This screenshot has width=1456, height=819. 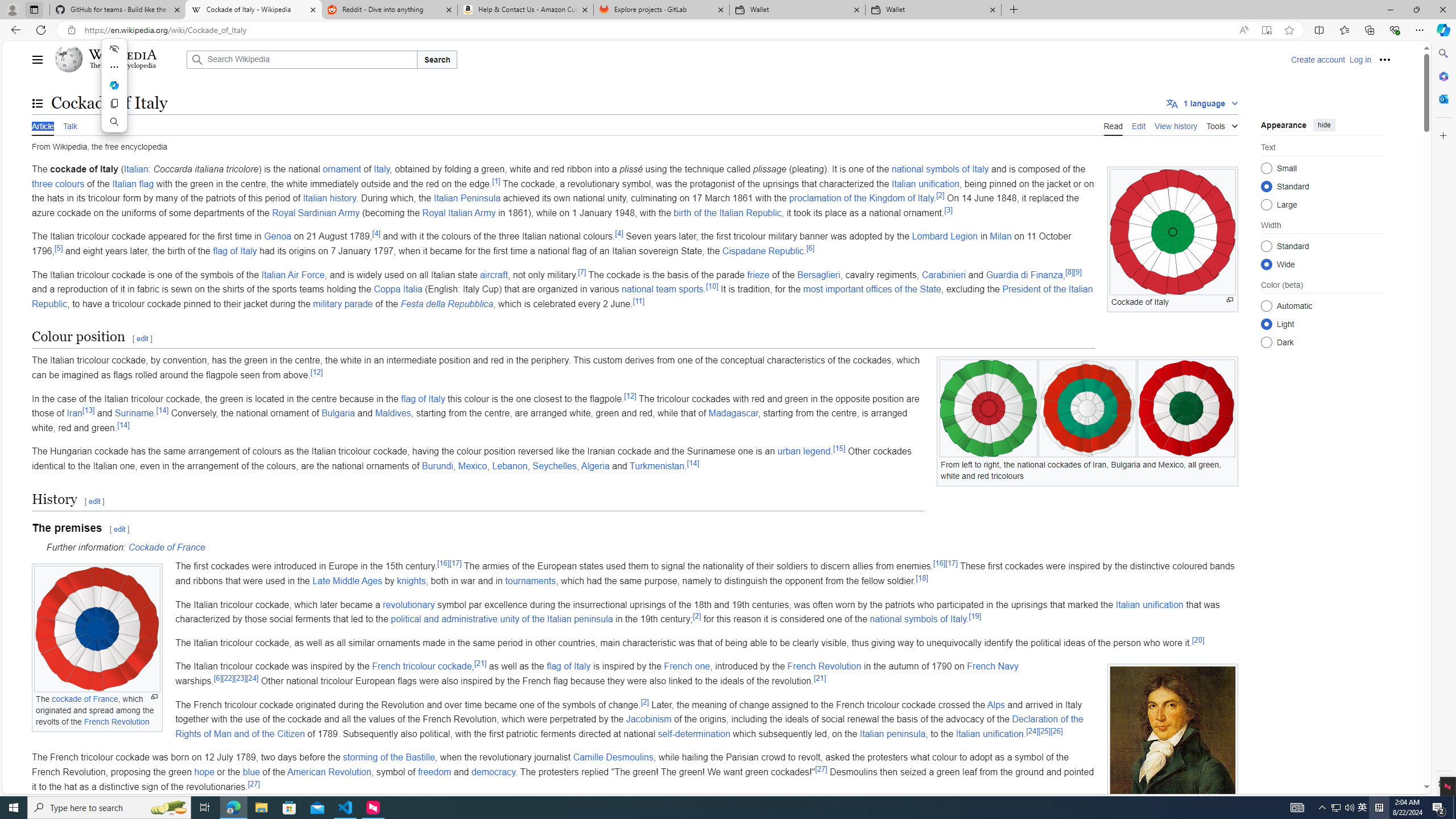 I want to click on 'Wide', so click(x=1266, y=263).